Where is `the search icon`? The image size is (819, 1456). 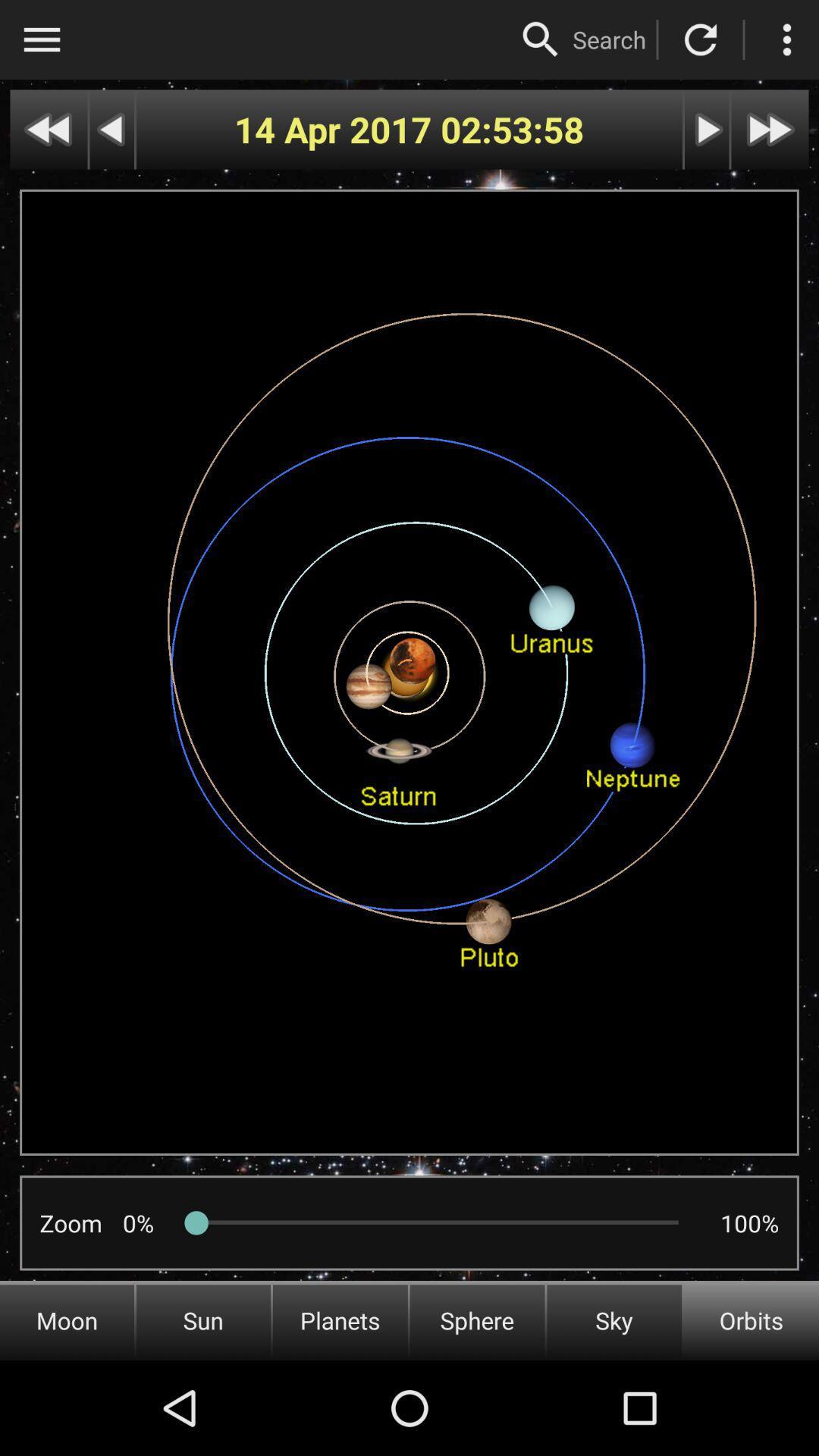
the search icon is located at coordinates (608, 39).